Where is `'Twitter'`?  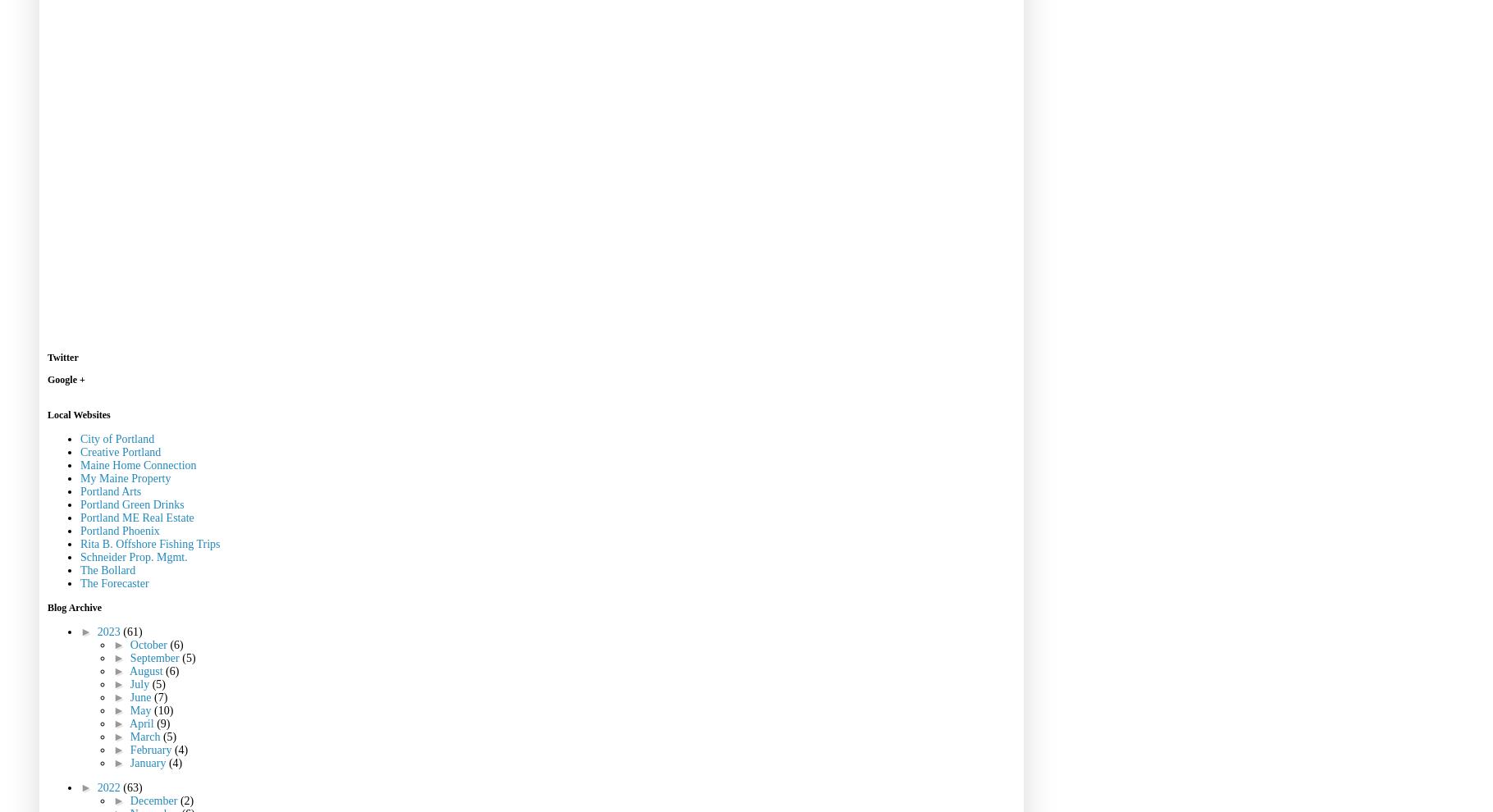
'Twitter' is located at coordinates (62, 356).